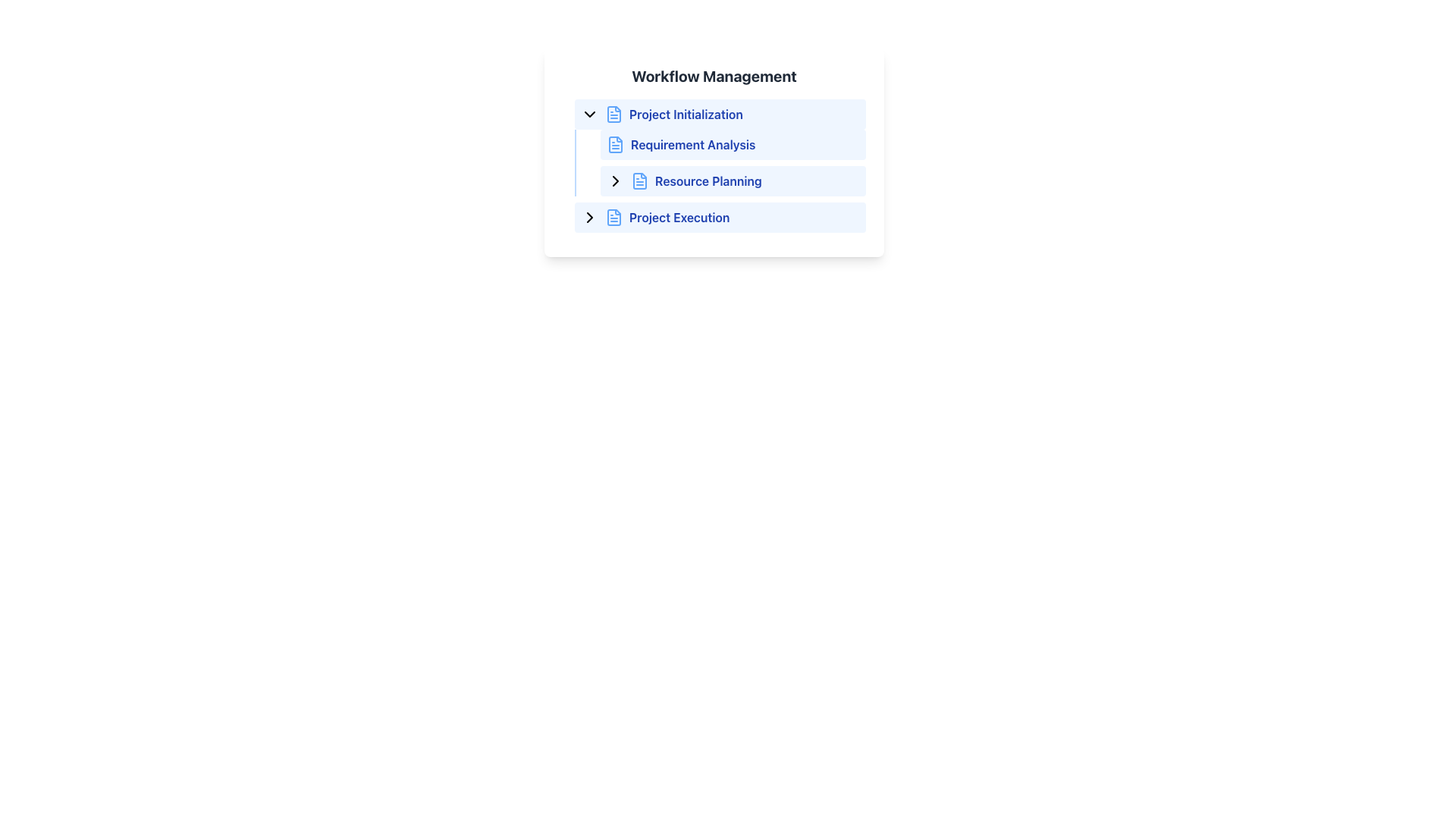 Image resolution: width=1456 pixels, height=819 pixels. Describe the element at coordinates (679, 217) in the screenshot. I see `the 'Project Execution' text label, which is styled with blue color and bold font weight, located in the 'Workflow Management' section as the fourth item in the list` at that location.